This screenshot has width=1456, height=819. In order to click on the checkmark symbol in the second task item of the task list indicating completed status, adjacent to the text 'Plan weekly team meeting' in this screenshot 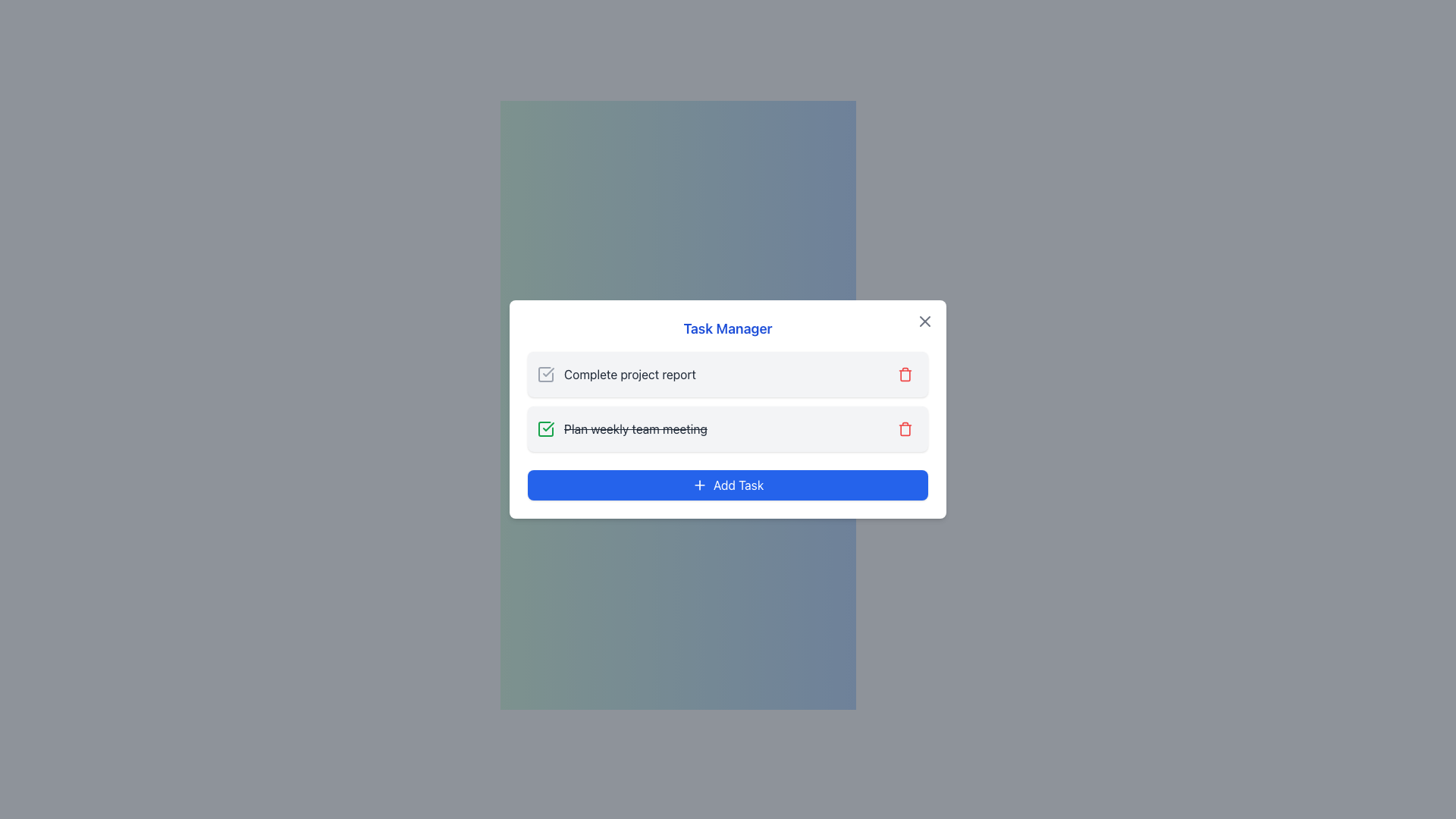, I will do `click(548, 372)`.